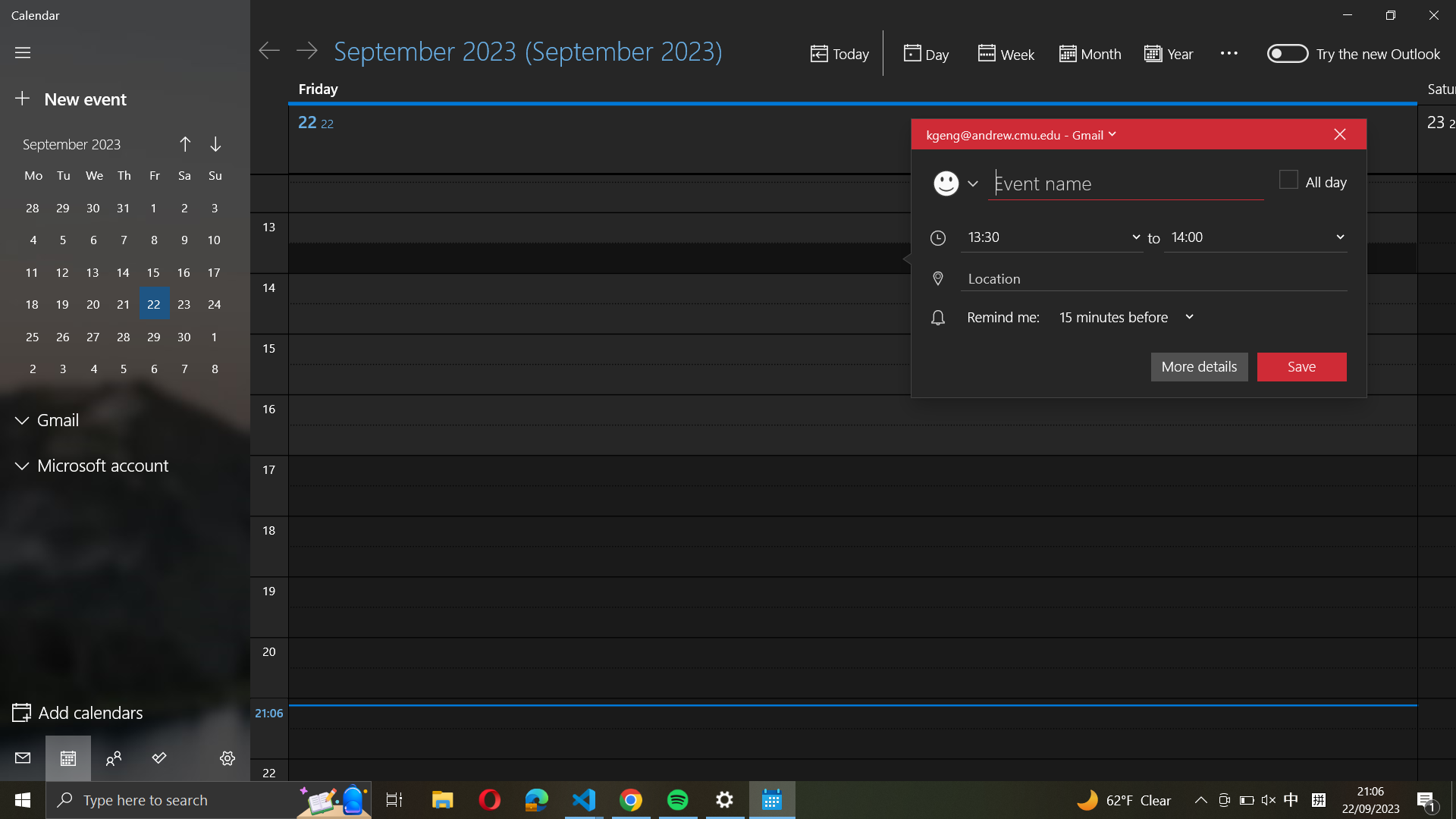  What do you see at coordinates (1120, 317) in the screenshot?
I see `the event to remind 30 minutes in advance` at bounding box center [1120, 317].